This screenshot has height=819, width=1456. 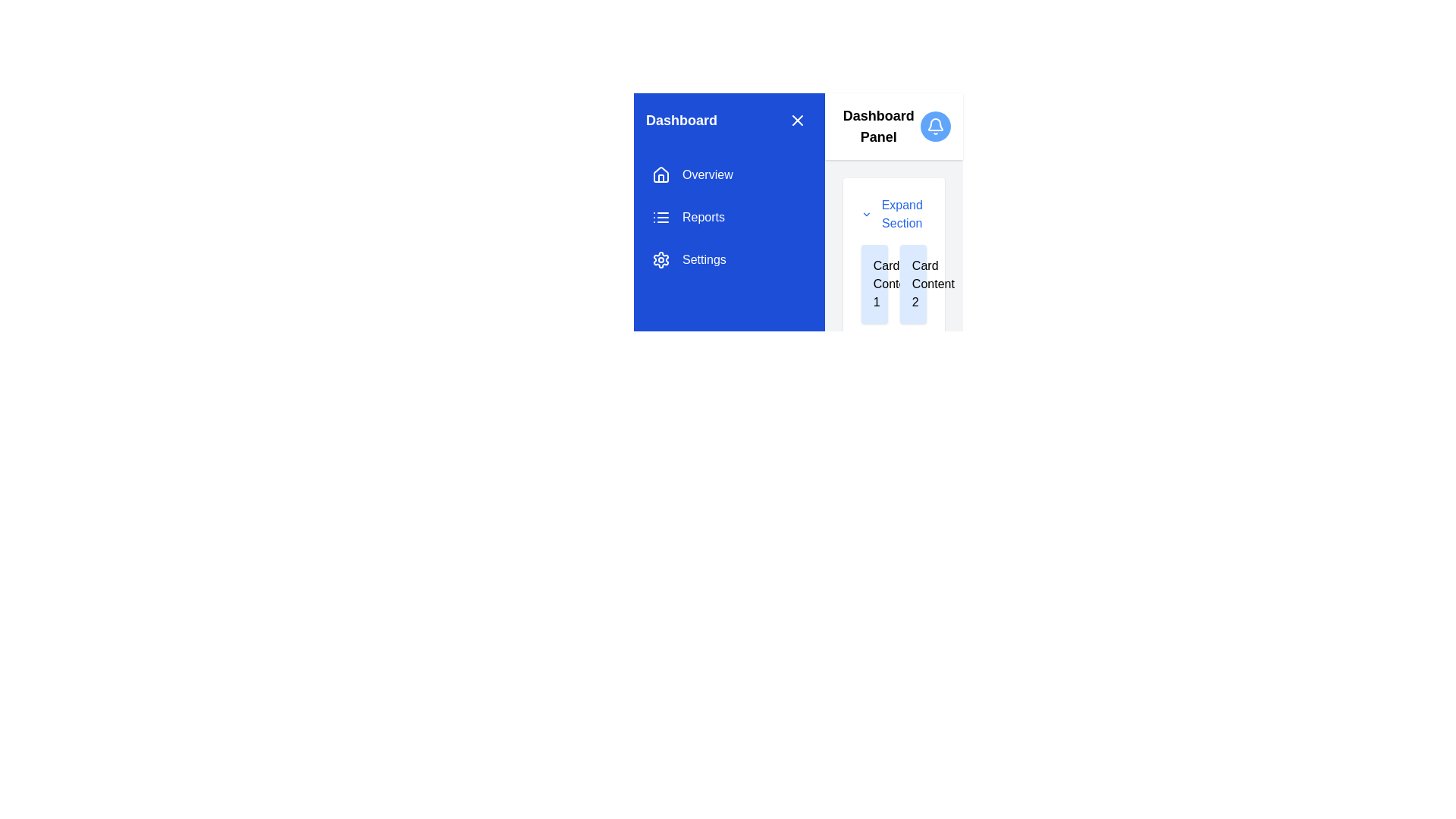 What do you see at coordinates (796, 119) in the screenshot?
I see `the small 'X' icon styled in white on a blue background, located at the top-right corner of the sidebar labeled 'Dashboard'` at bounding box center [796, 119].